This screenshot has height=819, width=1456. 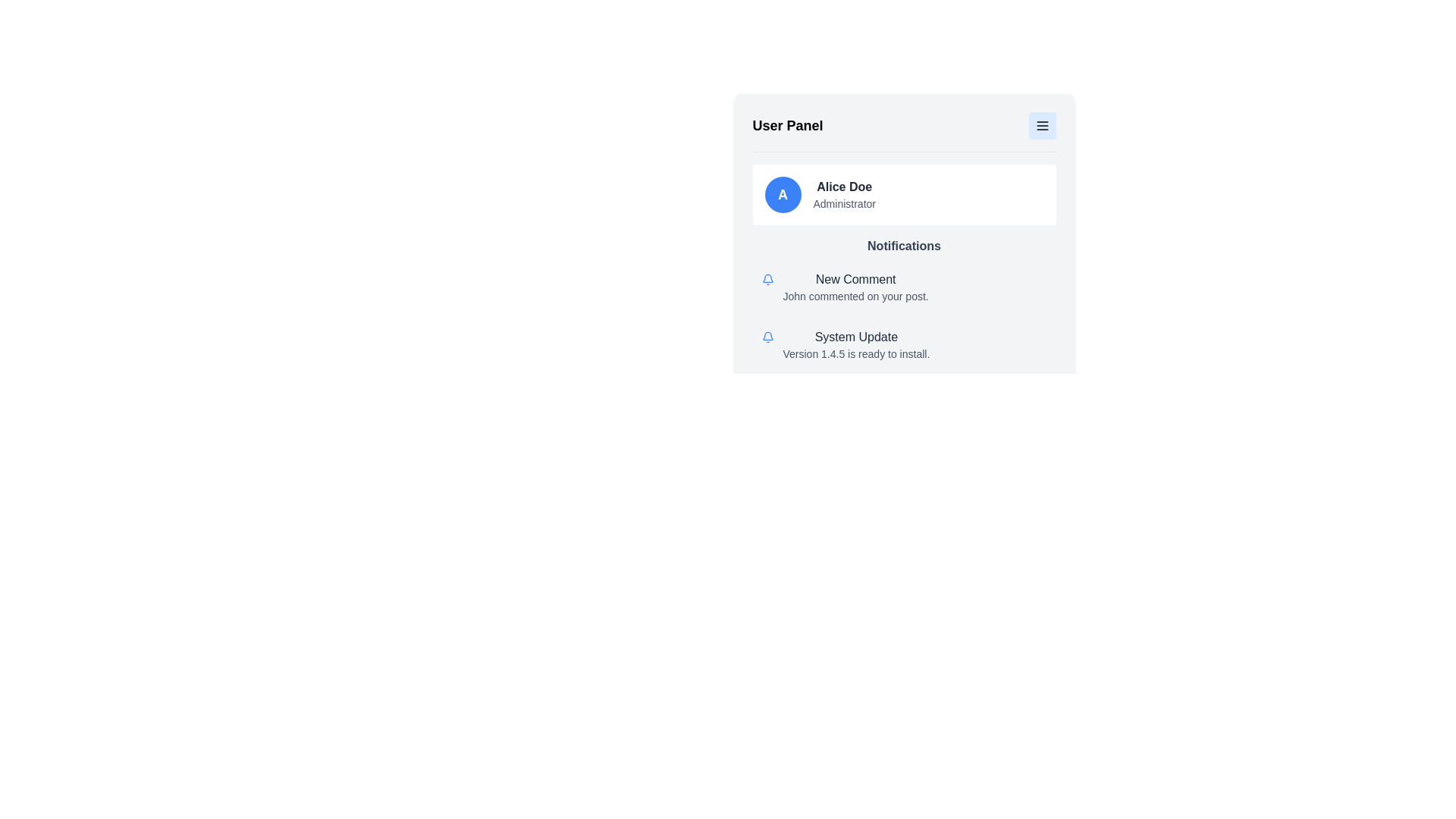 What do you see at coordinates (856, 345) in the screenshot?
I see `the 'System Update' notification text block, which is the second notification in the list under the 'Notifications' section, to interact with adjacent actionable elements if available` at bounding box center [856, 345].